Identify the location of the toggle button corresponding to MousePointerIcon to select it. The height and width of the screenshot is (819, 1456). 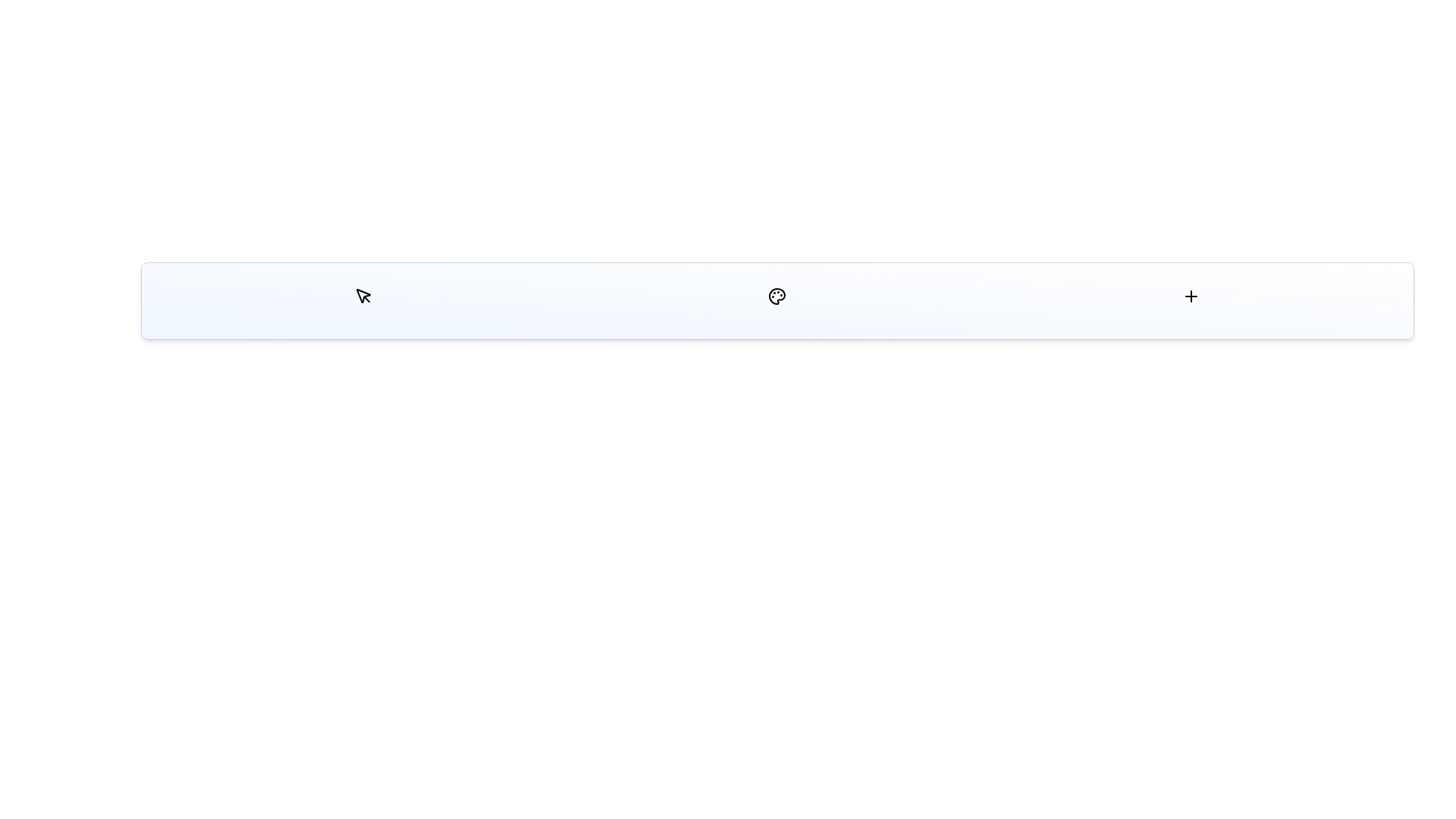
(362, 296).